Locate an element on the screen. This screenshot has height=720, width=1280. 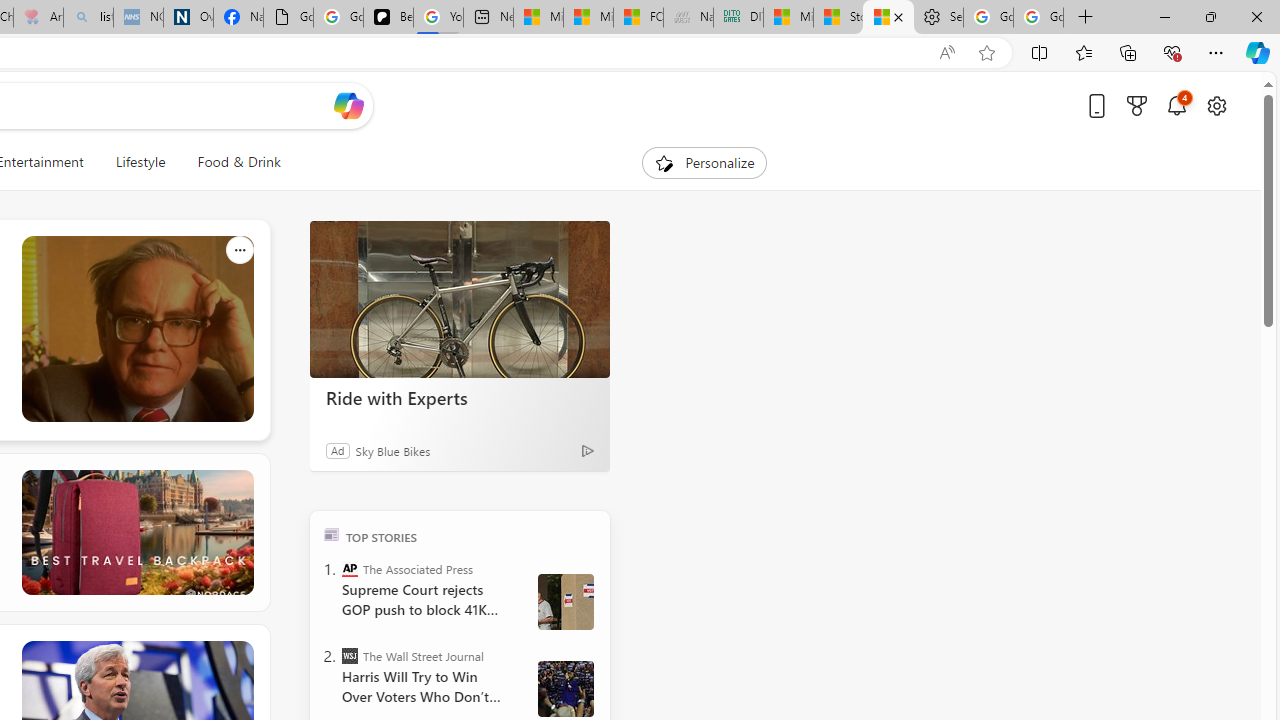
'Lifestyle' is located at coordinates (139, 162).